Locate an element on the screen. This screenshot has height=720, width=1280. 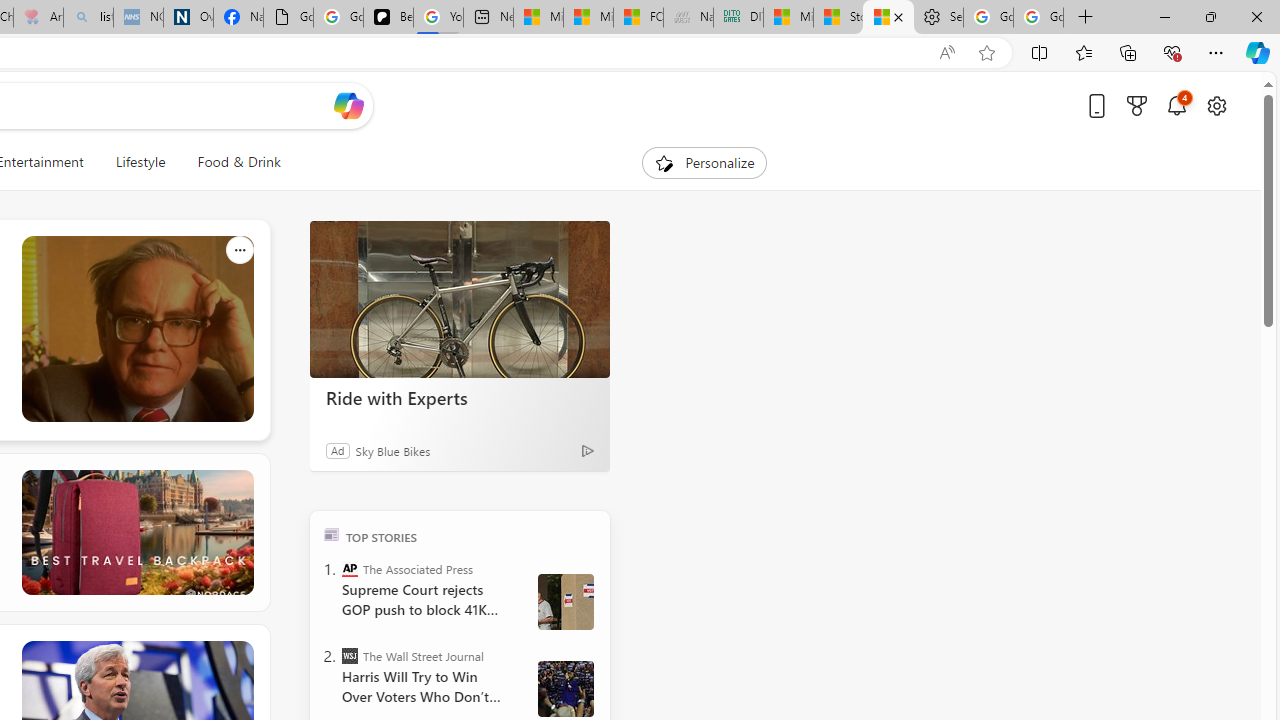
'Lifestyle' is located at coordinates (139, 162).